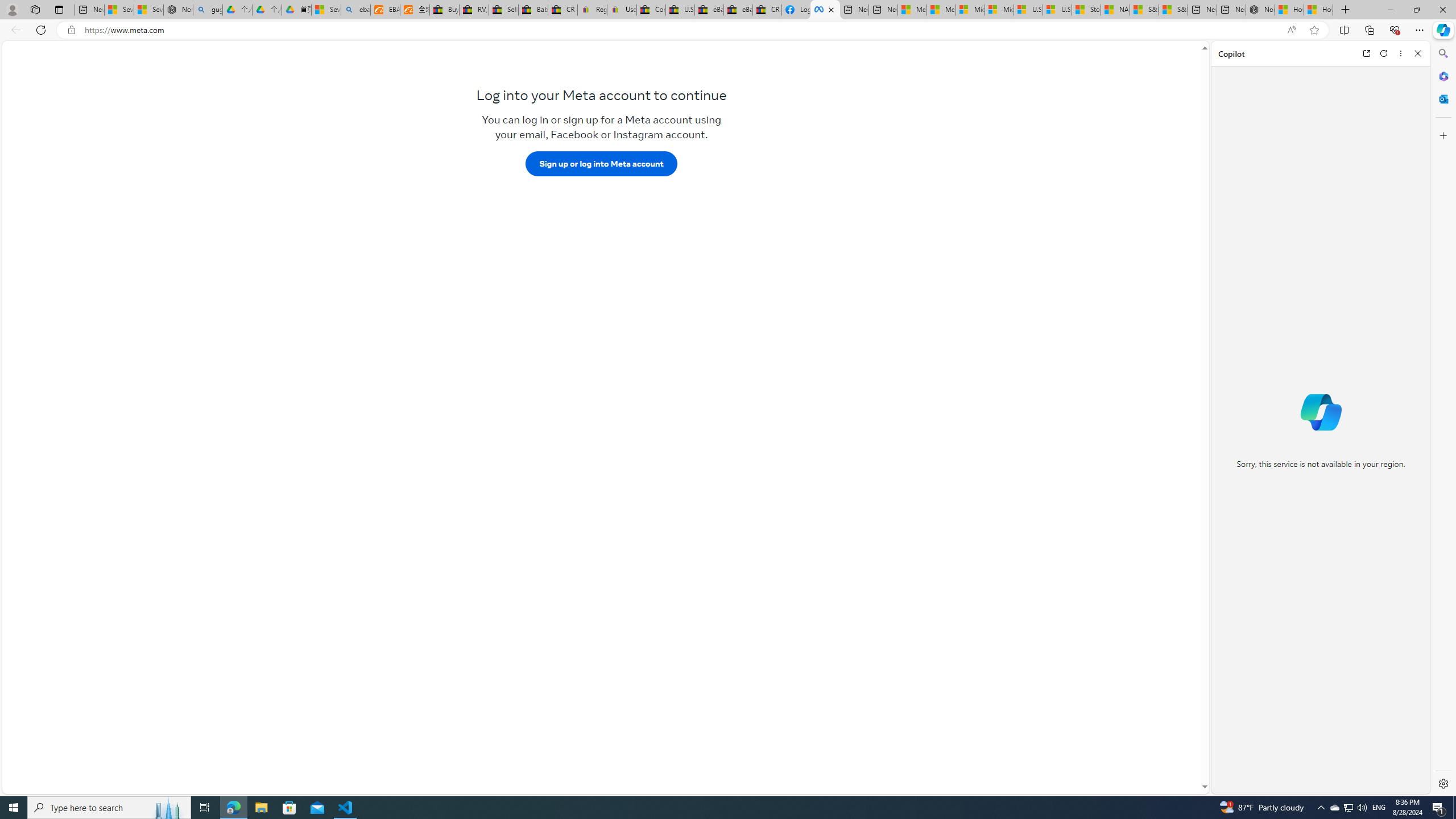  Describe the element at coordinates (1443, 418) in the screenshot. I see `'Side bar'` at that location.